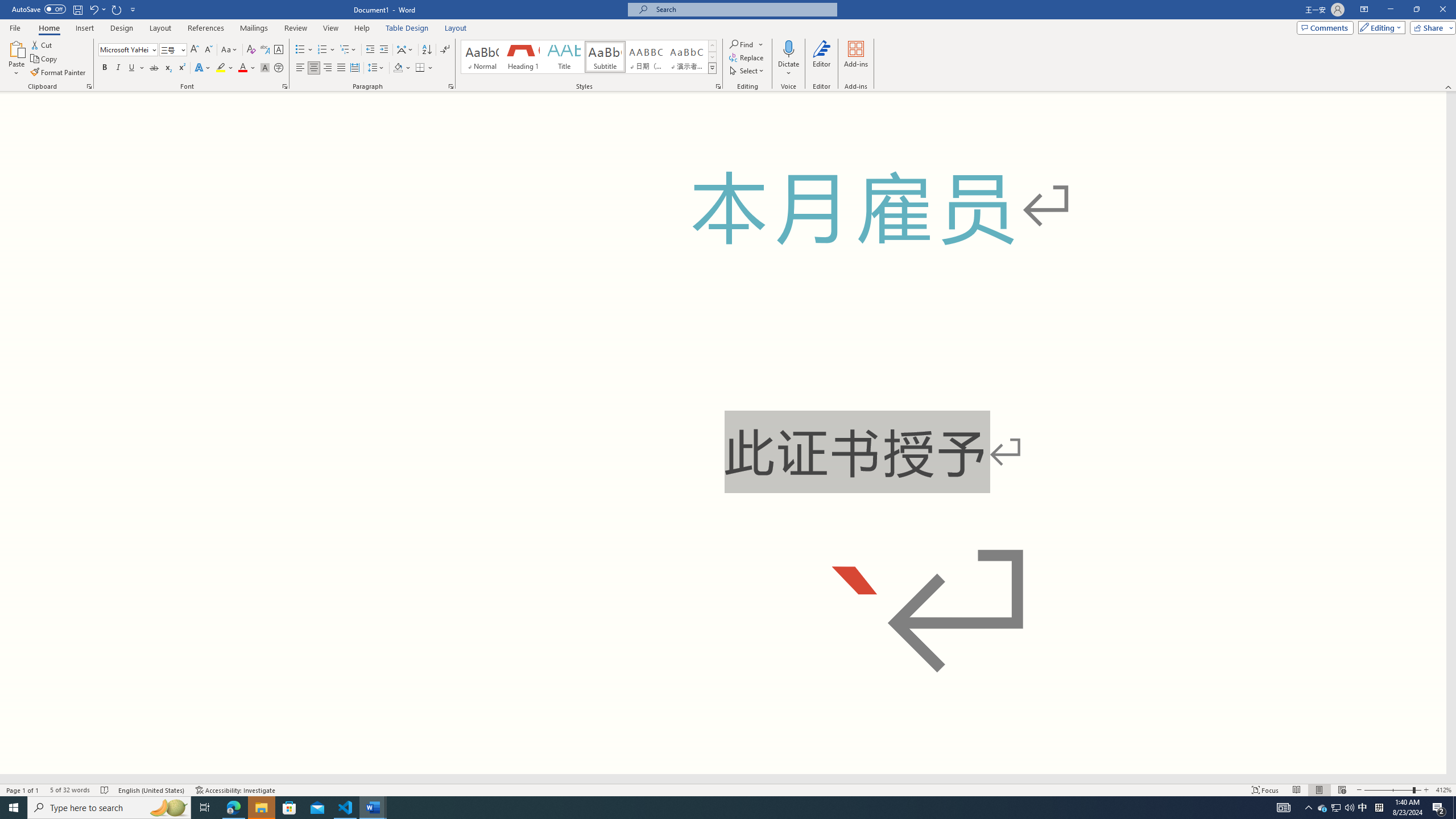 The image size is (1456, 819). I want to click on 'Dictate', so click(788, 59).